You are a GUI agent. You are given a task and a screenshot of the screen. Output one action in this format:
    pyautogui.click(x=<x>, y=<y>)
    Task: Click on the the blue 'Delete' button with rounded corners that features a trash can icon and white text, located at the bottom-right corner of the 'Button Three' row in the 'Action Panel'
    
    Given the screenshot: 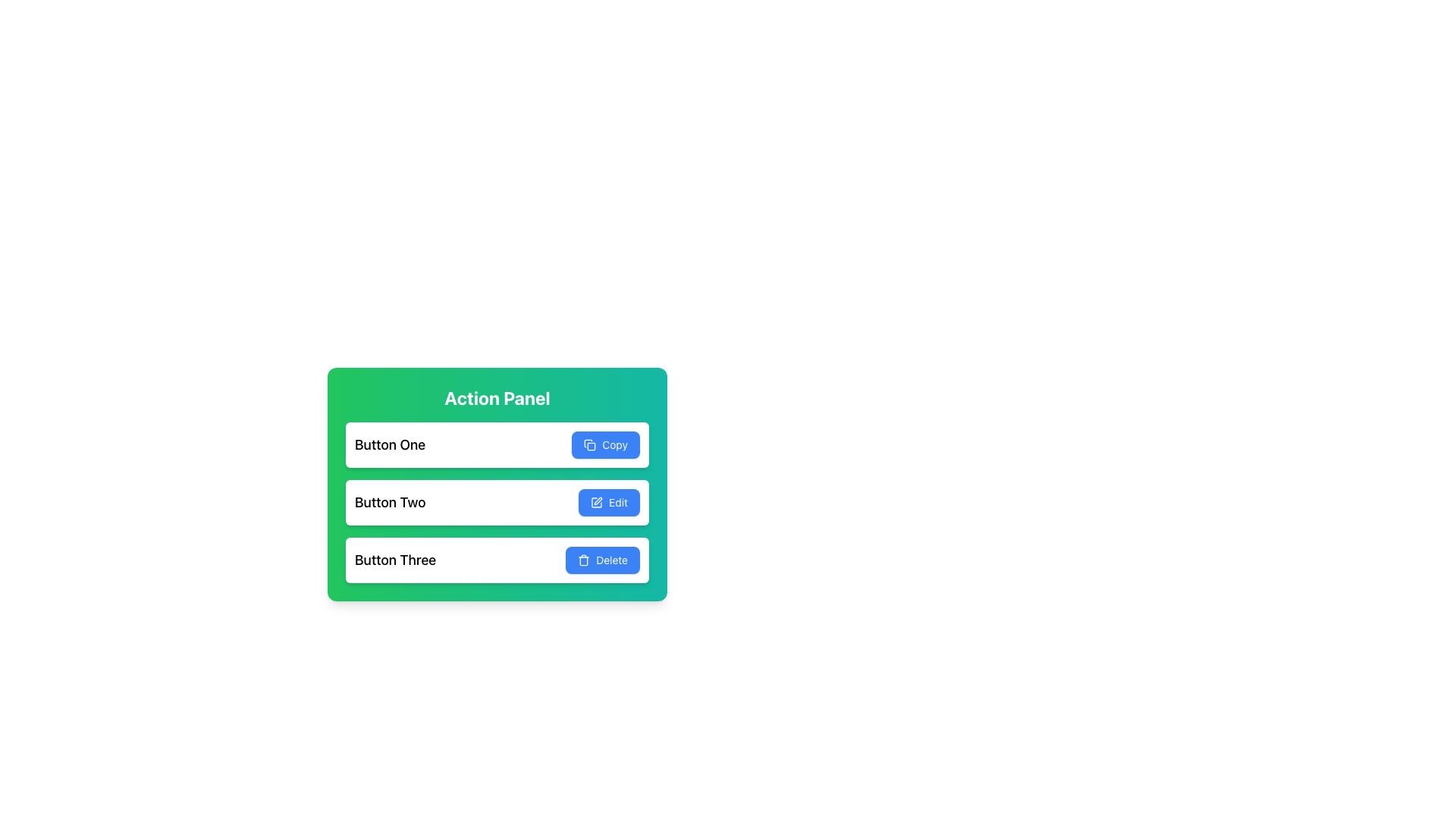 What is the action you would take?
    pyautogui.click(x=602, y=560)
    